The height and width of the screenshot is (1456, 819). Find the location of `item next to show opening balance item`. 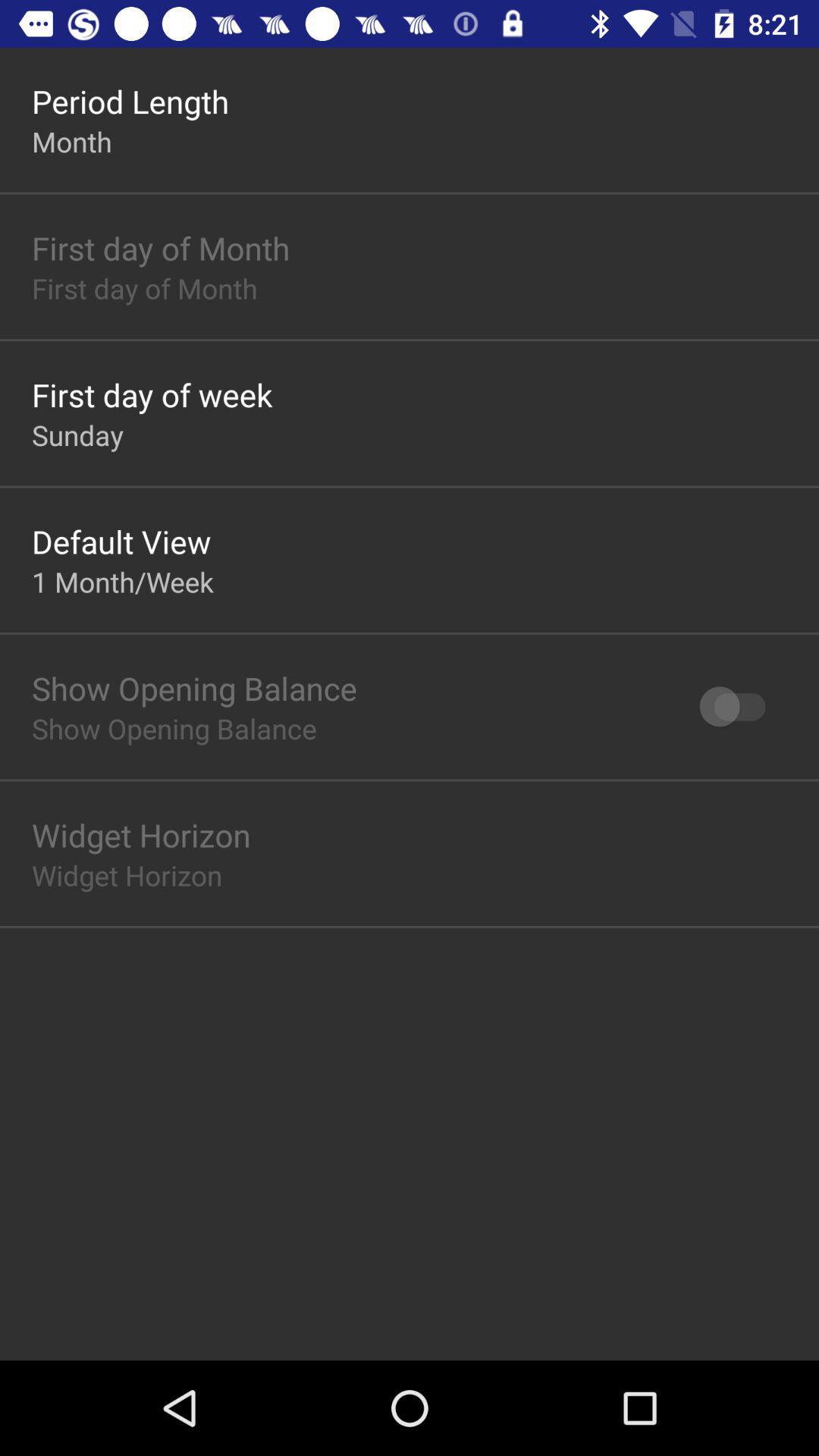

item next to show opening balance item is located at coordinates (739, 705).